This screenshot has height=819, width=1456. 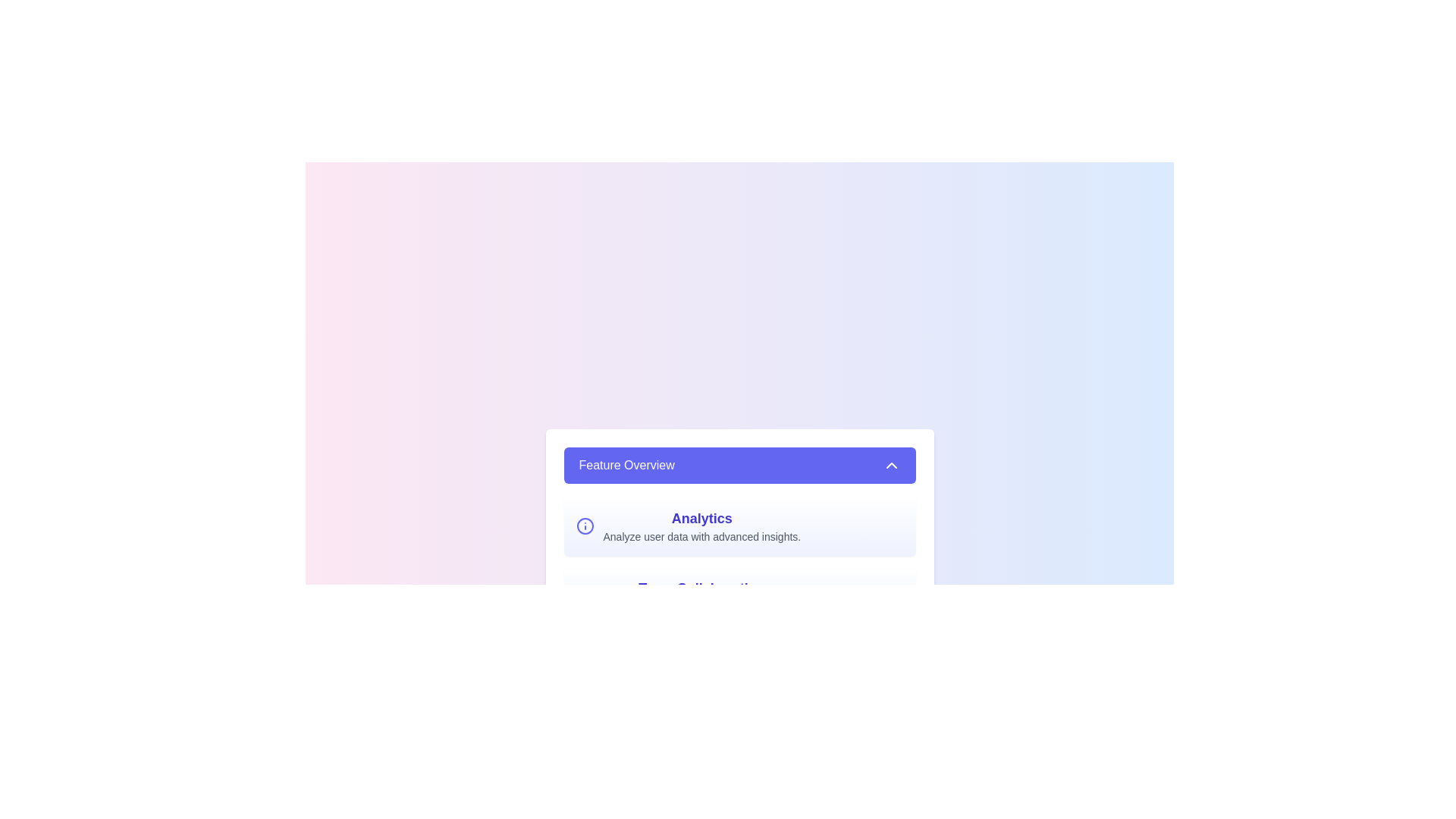 I want to click on the blue and white circular element that is part of the icon located to the left of the 'Analytics' text in the feature overview section, so click(x=584, y=526).